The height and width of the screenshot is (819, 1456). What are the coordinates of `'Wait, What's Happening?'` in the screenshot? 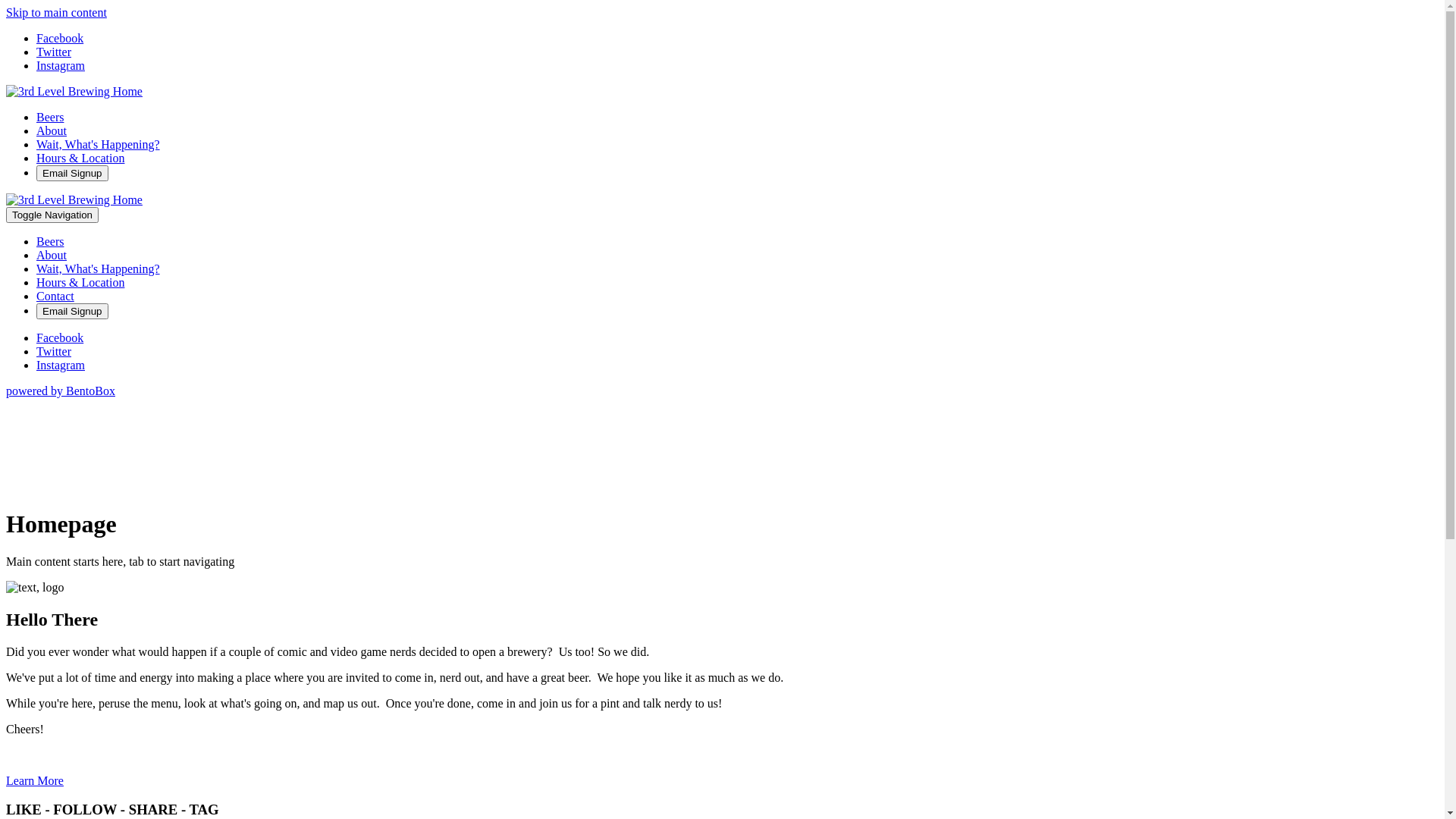 It's located at (97, 144).